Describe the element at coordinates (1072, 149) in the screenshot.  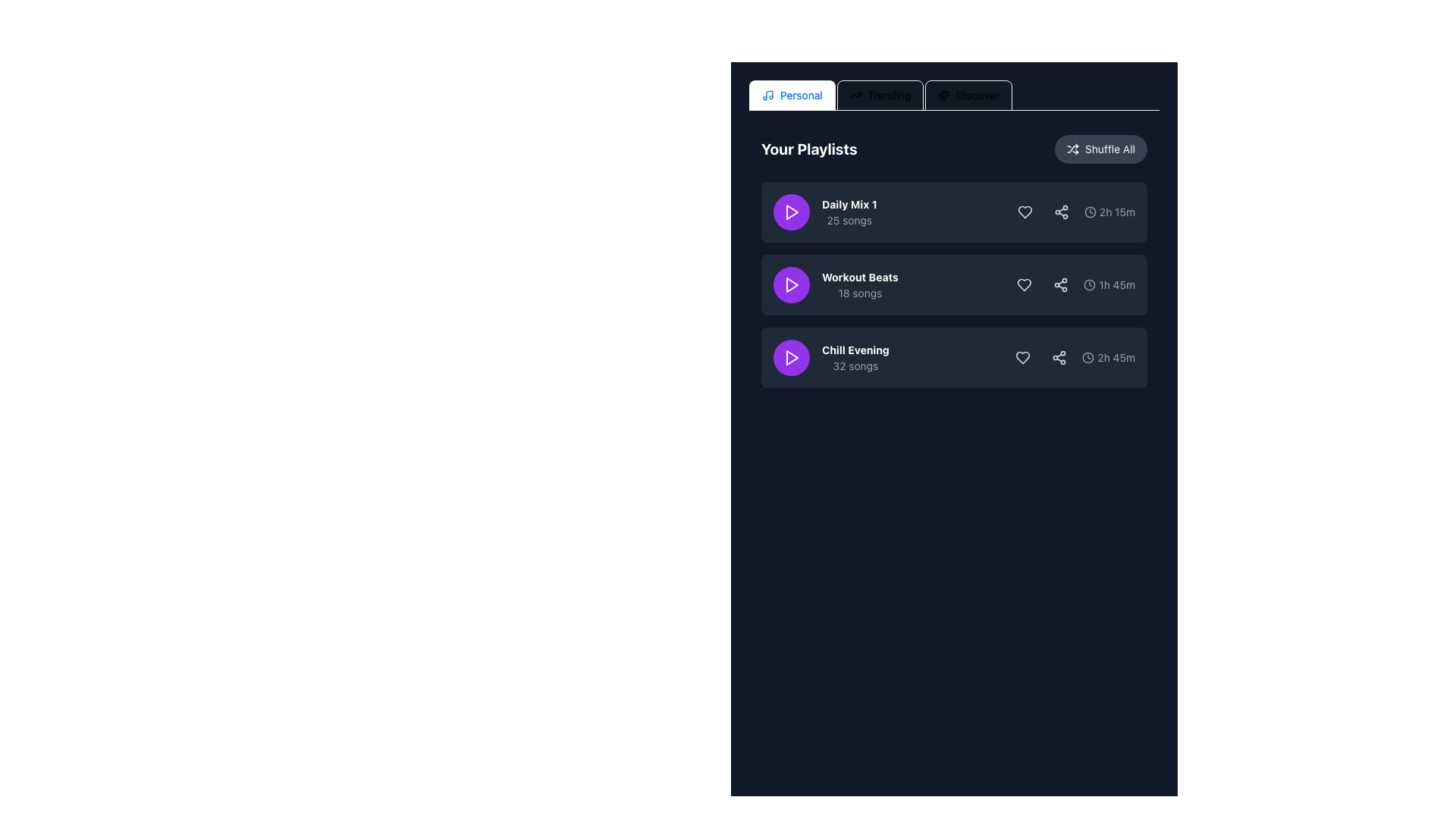
I see `the shuffle icon located within the 'Shuffle All' button` at that location.